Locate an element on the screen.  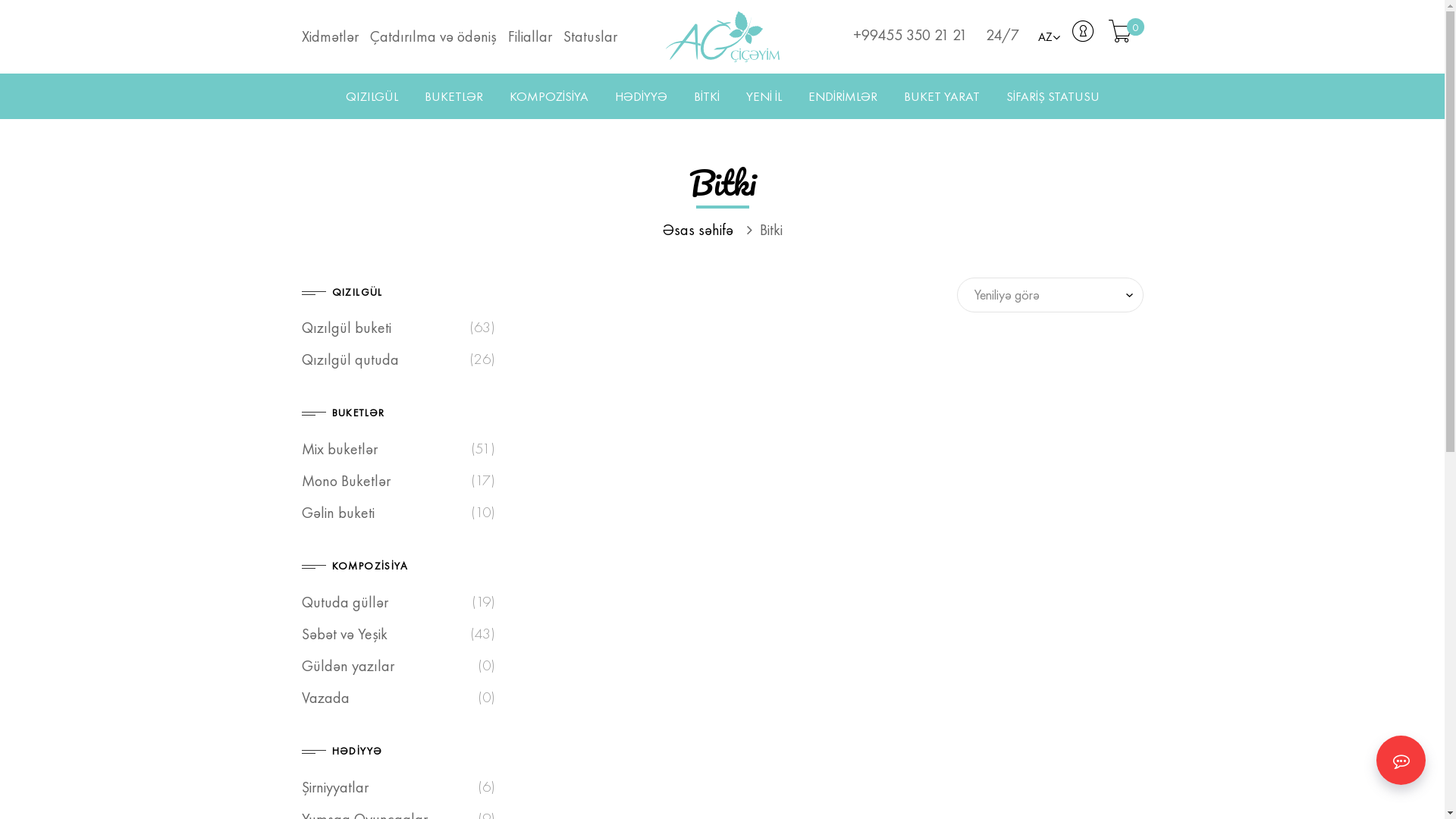
'Filiallar' is located at coordinates (535, 35).